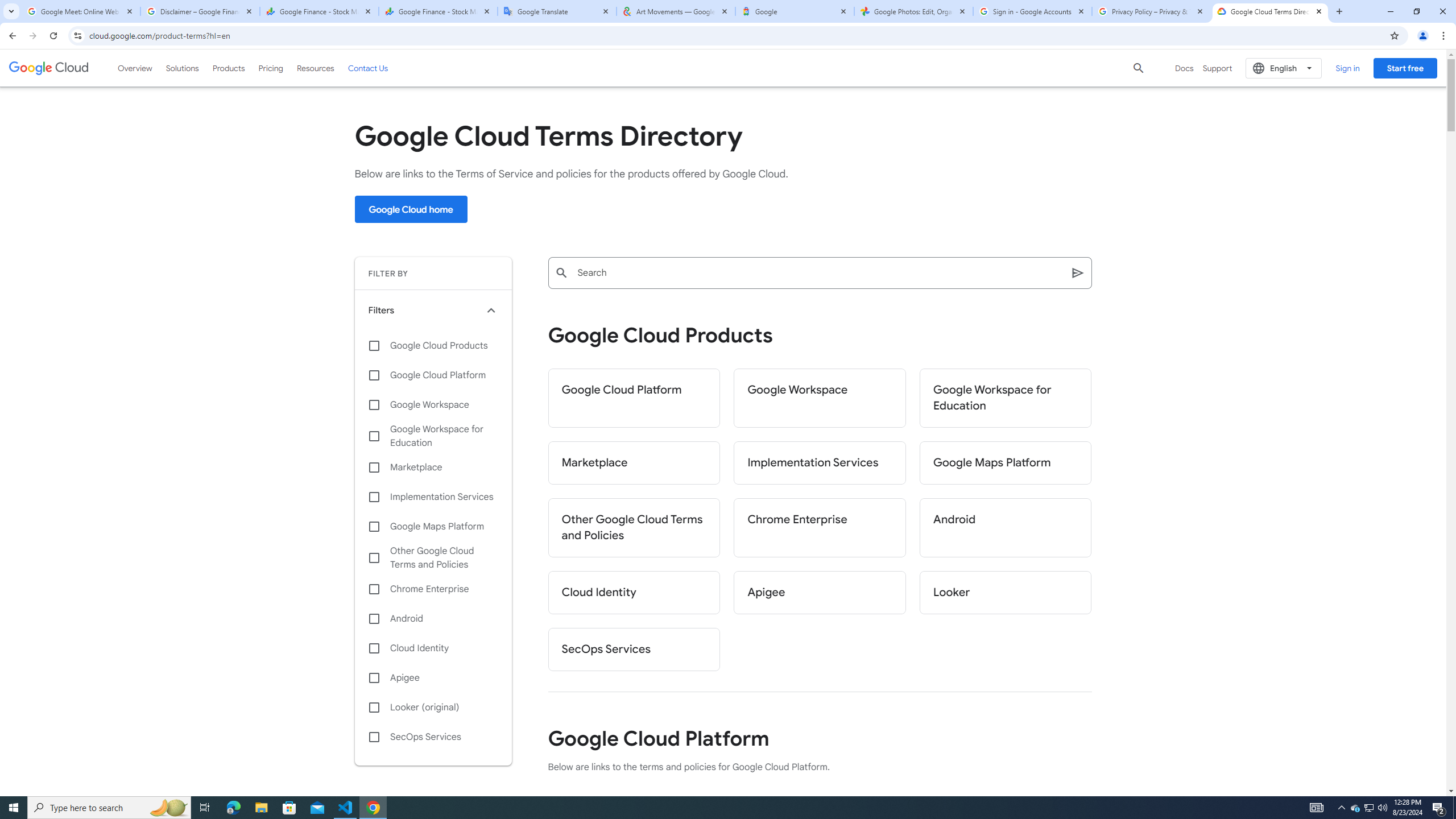  Describe the element at coordinates (181, 67) in the screenshot. I see `'Solutions'` at that location.